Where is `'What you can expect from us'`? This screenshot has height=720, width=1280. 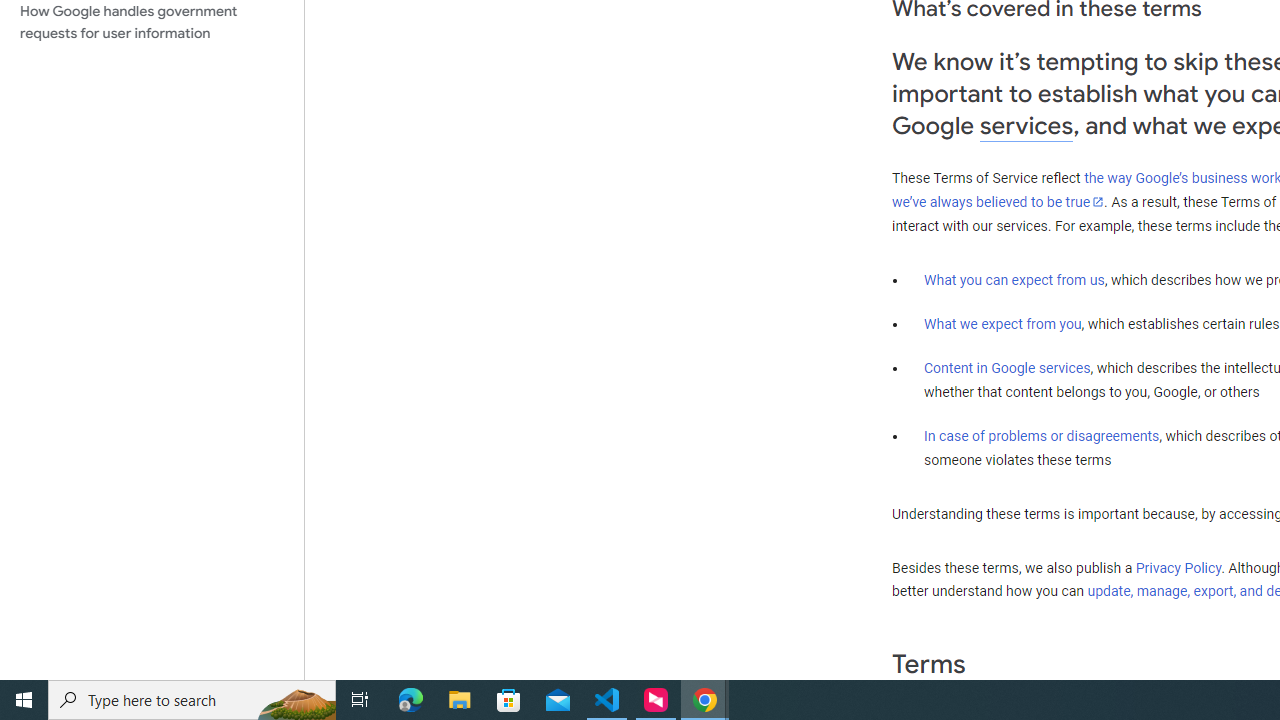
'What you can expect from us' is located at coordinates (1014, 279).